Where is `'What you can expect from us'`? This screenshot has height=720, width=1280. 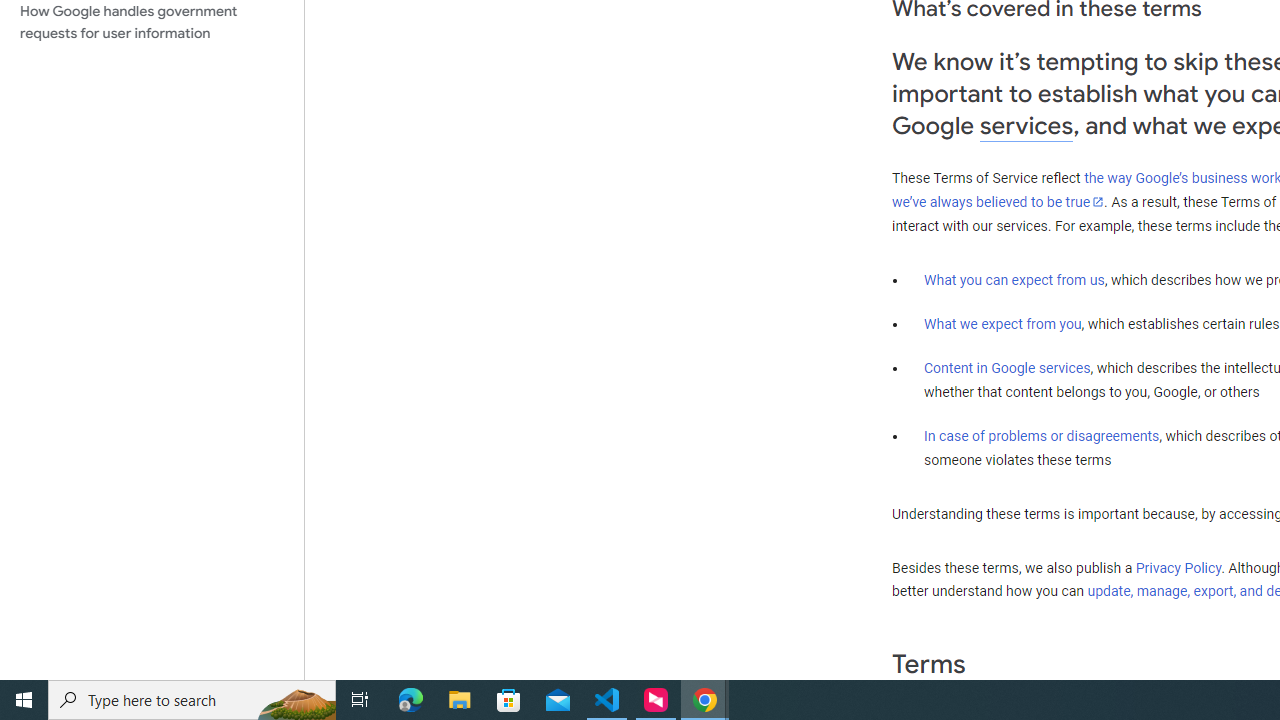
'What you can expect from us' is located at coordinates (1014, 279).